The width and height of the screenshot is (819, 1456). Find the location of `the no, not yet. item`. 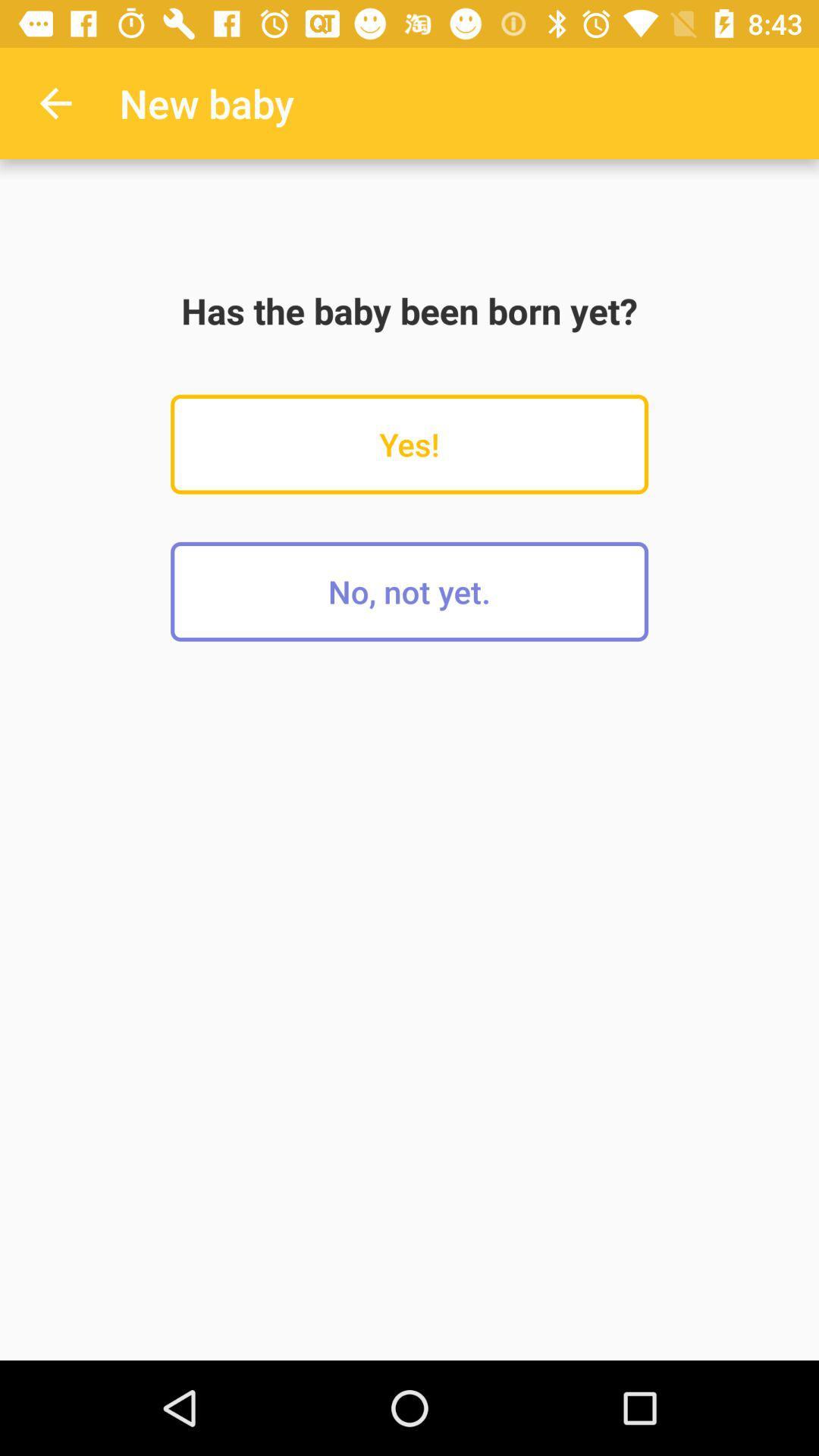

the no, not yet. item is located at coordinates (409, 591).